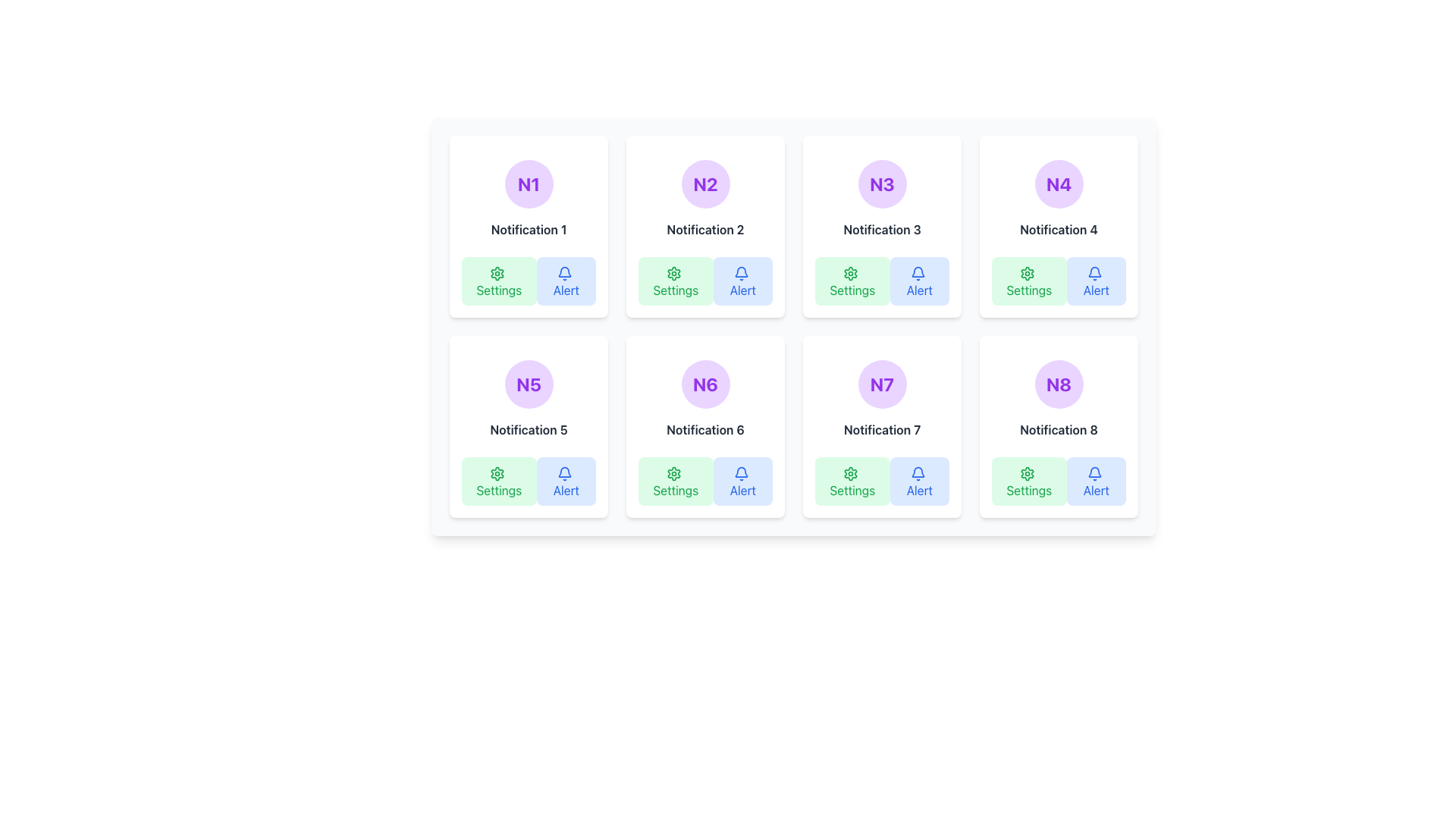 This screenshot has height=819, width=1456. What do you see at coordinates (1058, 184) in the screenshot?
I see `the informational icon representing 'Notification 4' located in the top row, fourth column of the grid layout` at bounding box center [1058, 184].